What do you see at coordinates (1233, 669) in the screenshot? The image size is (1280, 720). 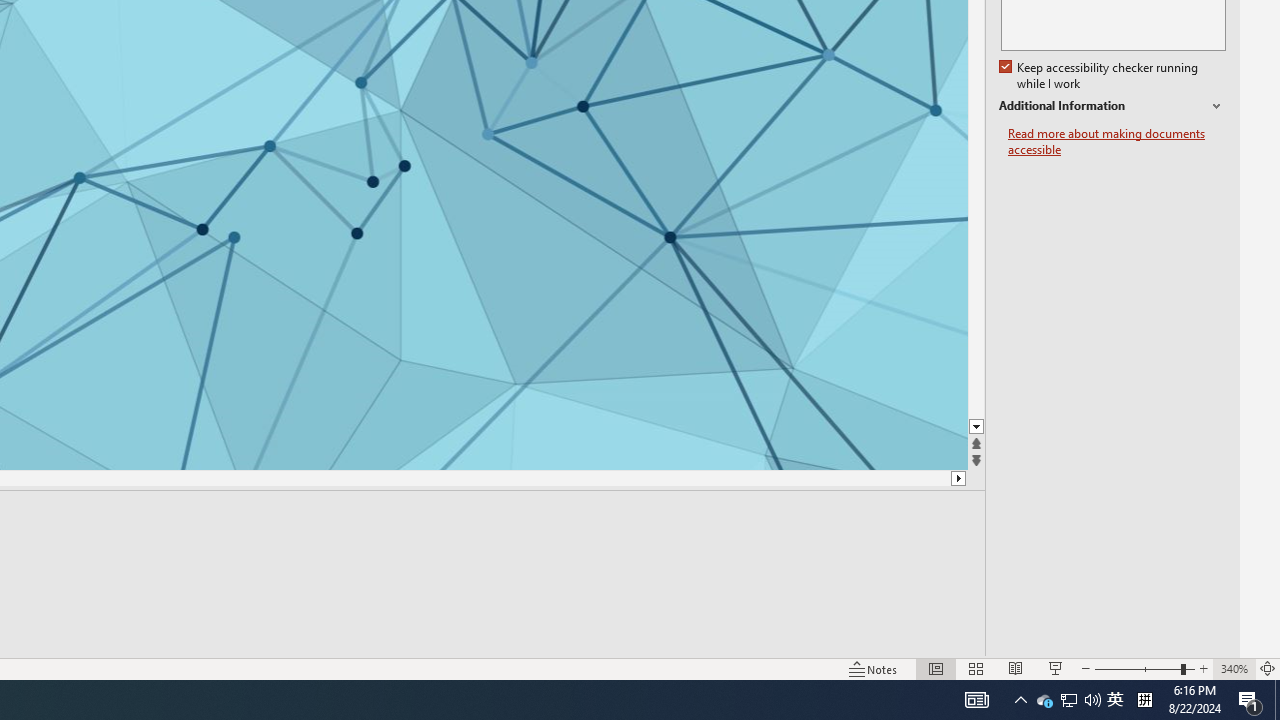 I see `'Zoom 340%'` at bounding box center [1233, 669].